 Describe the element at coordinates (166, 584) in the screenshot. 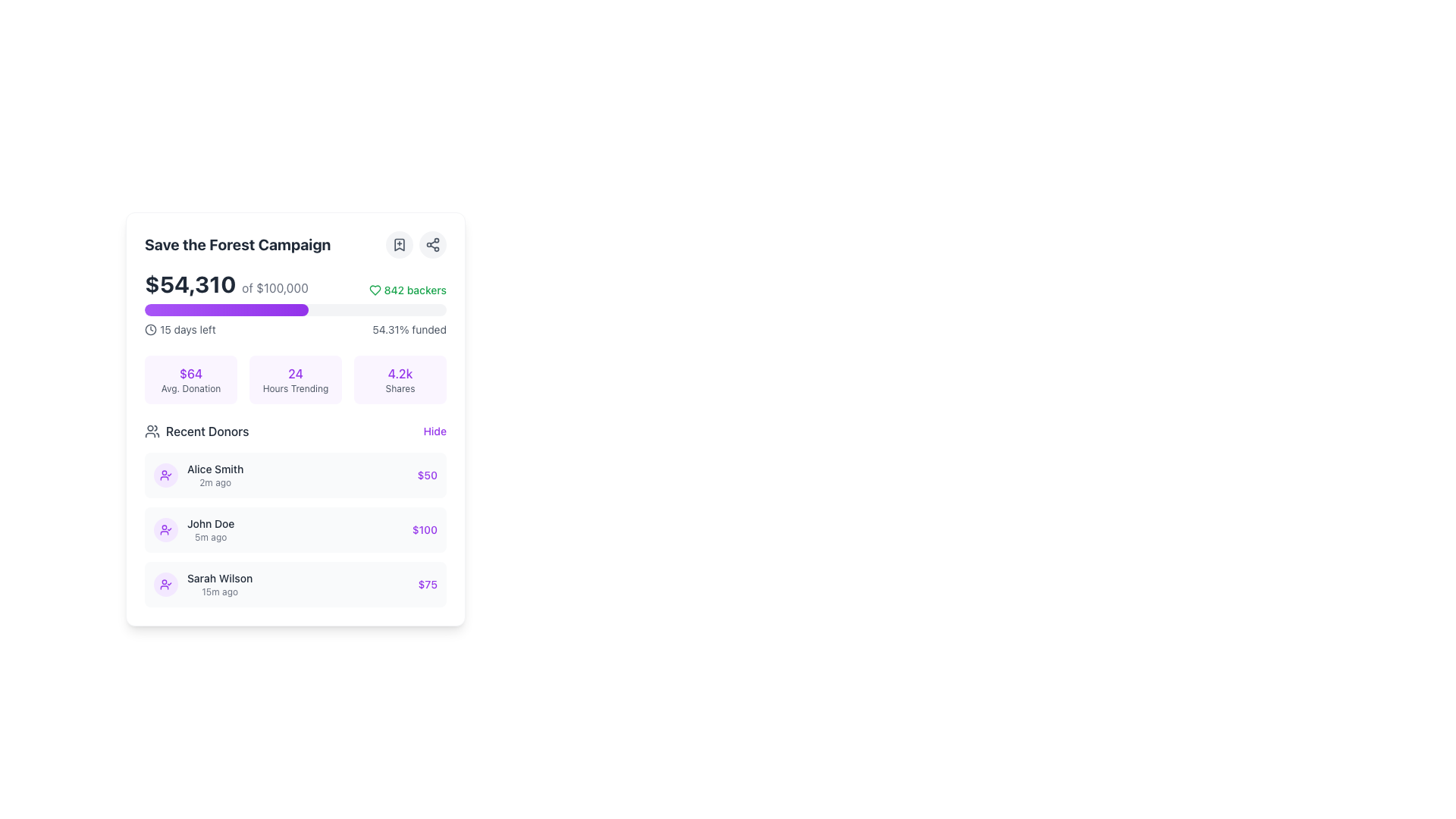

I see `the user profile icon with a check mark, styled in purple and encased in a light purple rounded button, located next to the 'Alice Smith' label in the 'Recent Donors' section` at that location.